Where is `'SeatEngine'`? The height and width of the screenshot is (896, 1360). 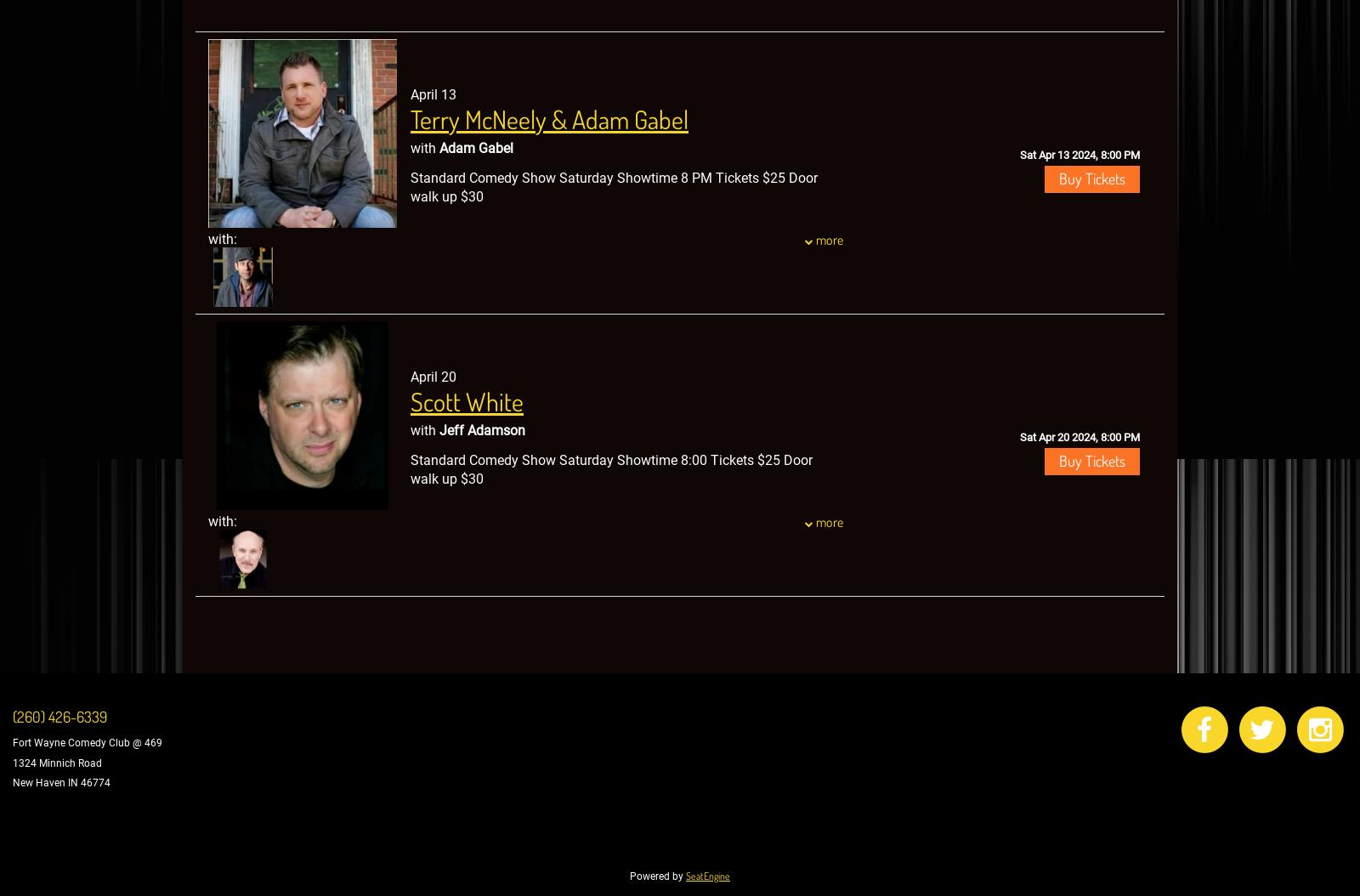 'SeatEngine' is located at coordinates (706, 875).